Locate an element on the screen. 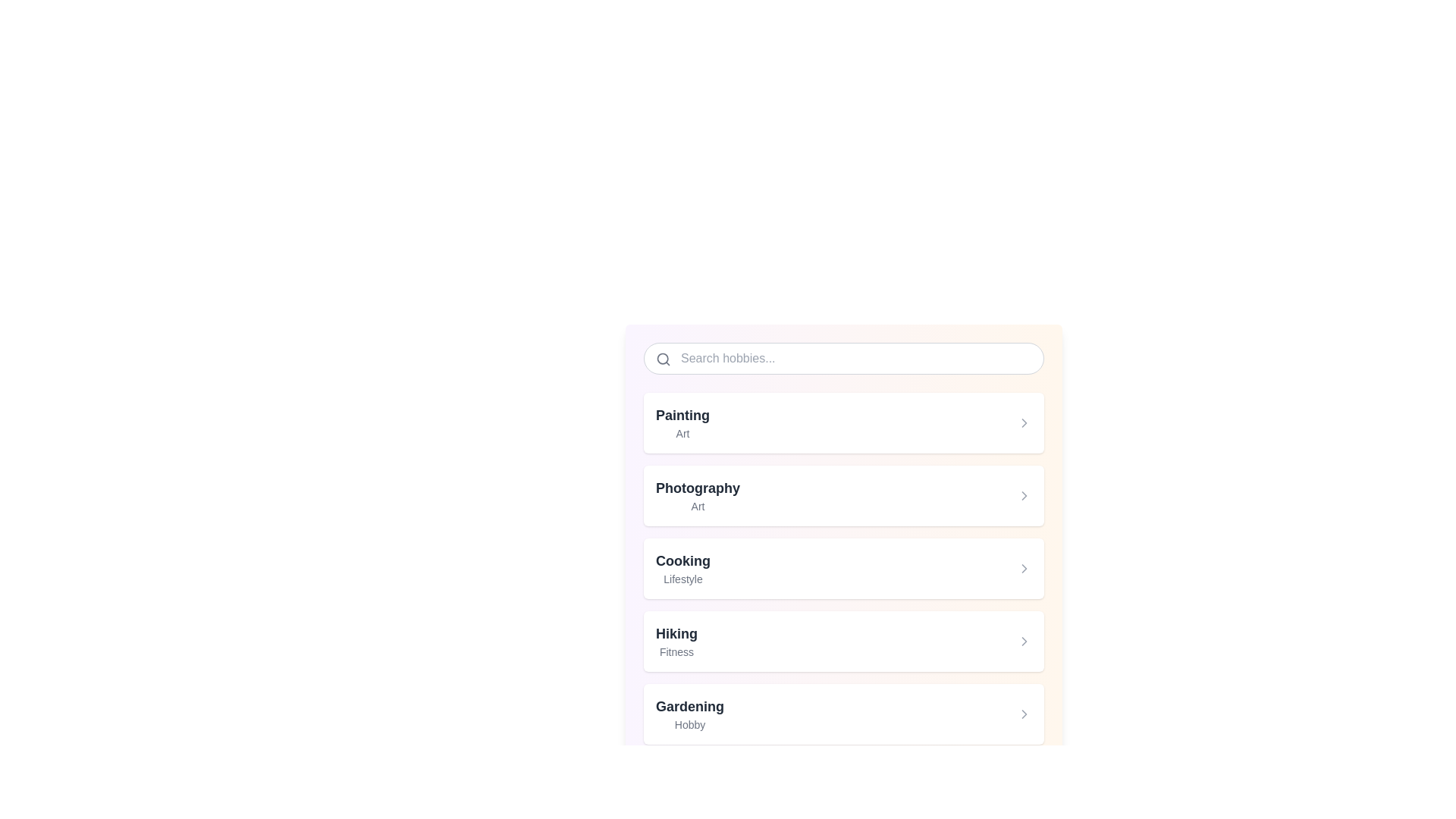 The height and width of the screenshot is (819, 1456). the 'Hiking' text label, which is styled in bold, large-size, sans-serif font, colored dark gray, and is located in the fourth row of a vertical list is located at coordinates (676, 634).